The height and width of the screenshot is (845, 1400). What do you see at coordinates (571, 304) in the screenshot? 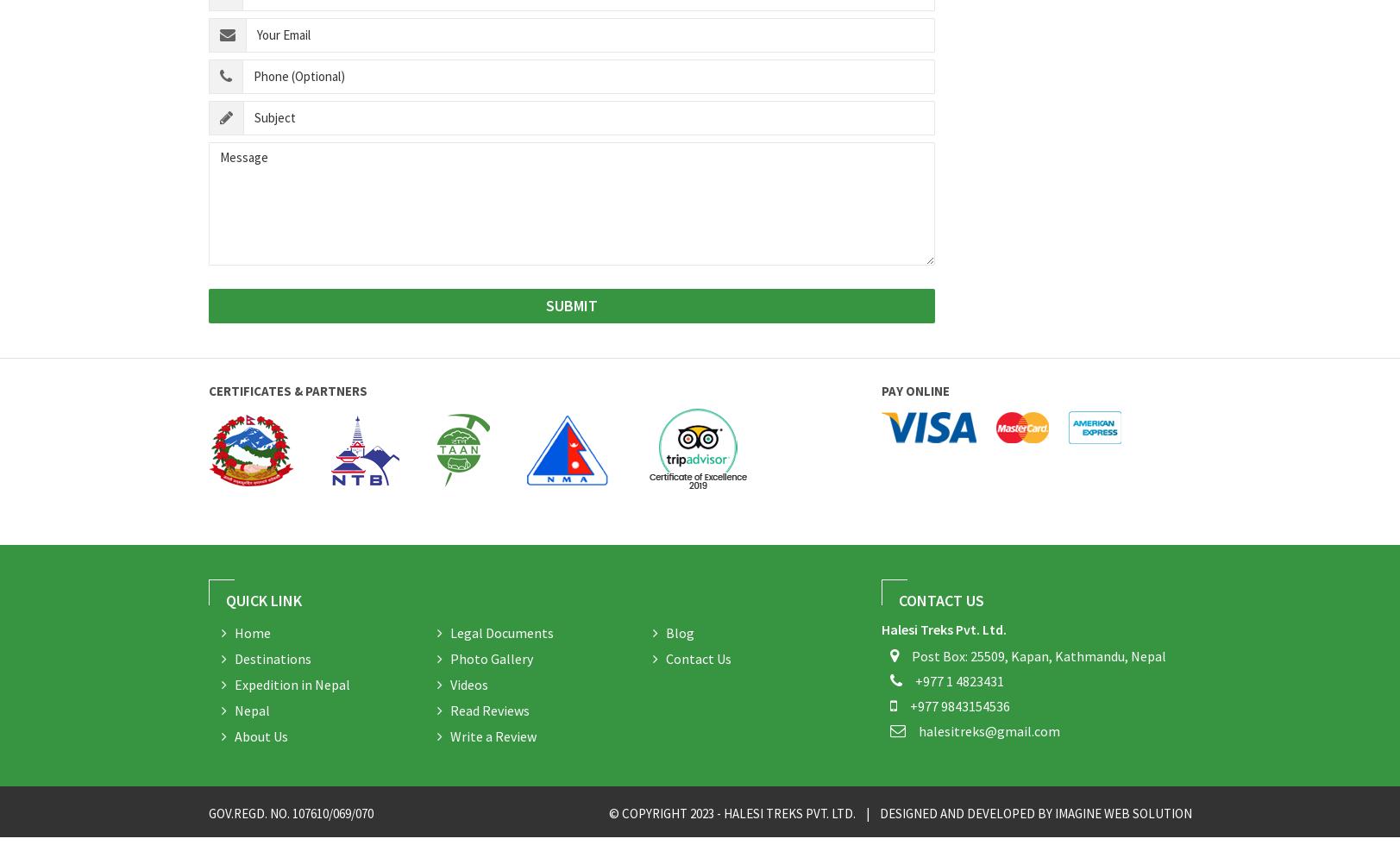
I see `'SUBMIT'` at bounding box center [571, 304].